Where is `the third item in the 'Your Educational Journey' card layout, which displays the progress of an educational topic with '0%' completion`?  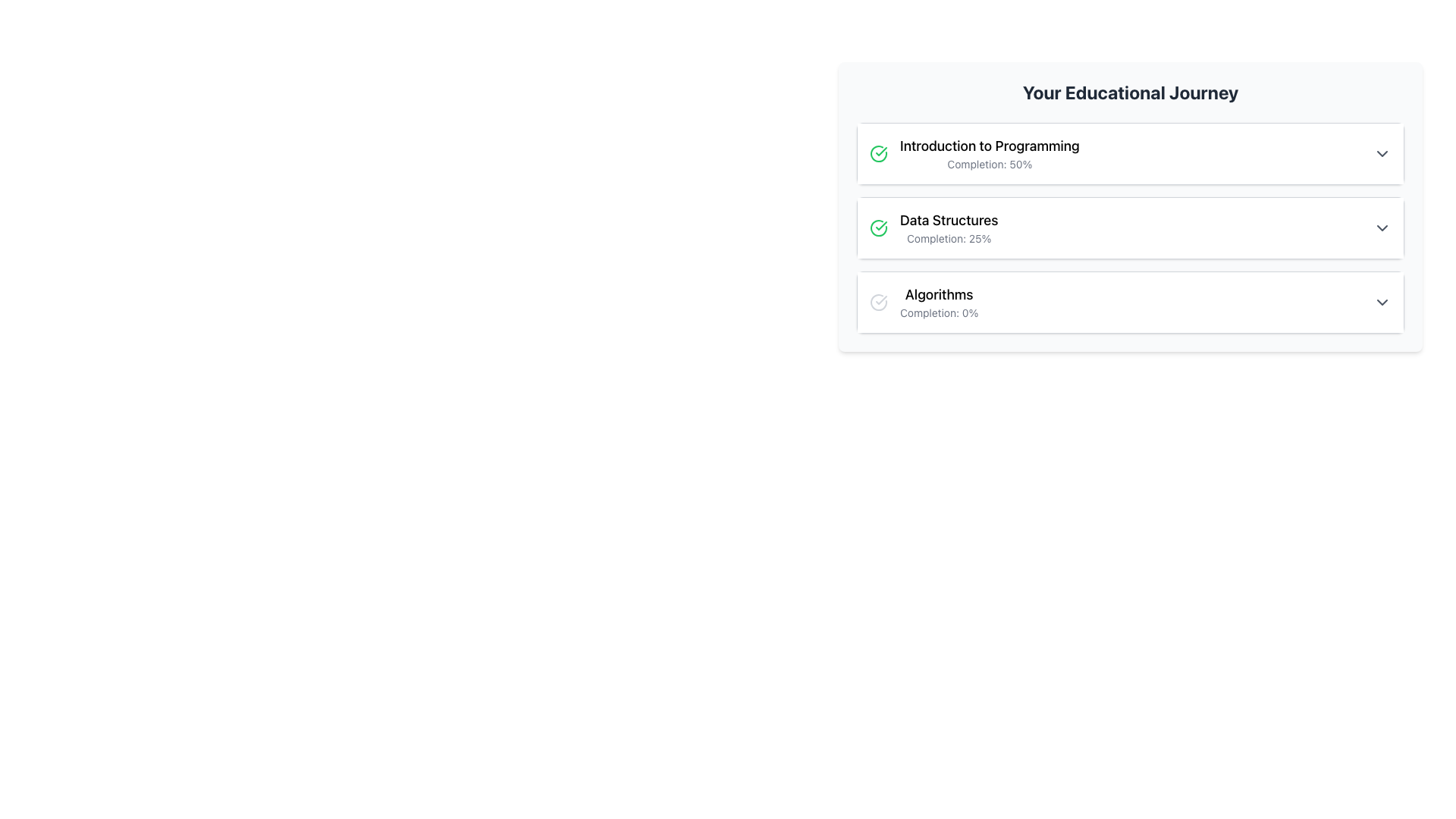 the third item in the 'Your Educational Journey' card layout, which displays the progress of an educational topic with '0%' completion is located at coordinates (923, 302).